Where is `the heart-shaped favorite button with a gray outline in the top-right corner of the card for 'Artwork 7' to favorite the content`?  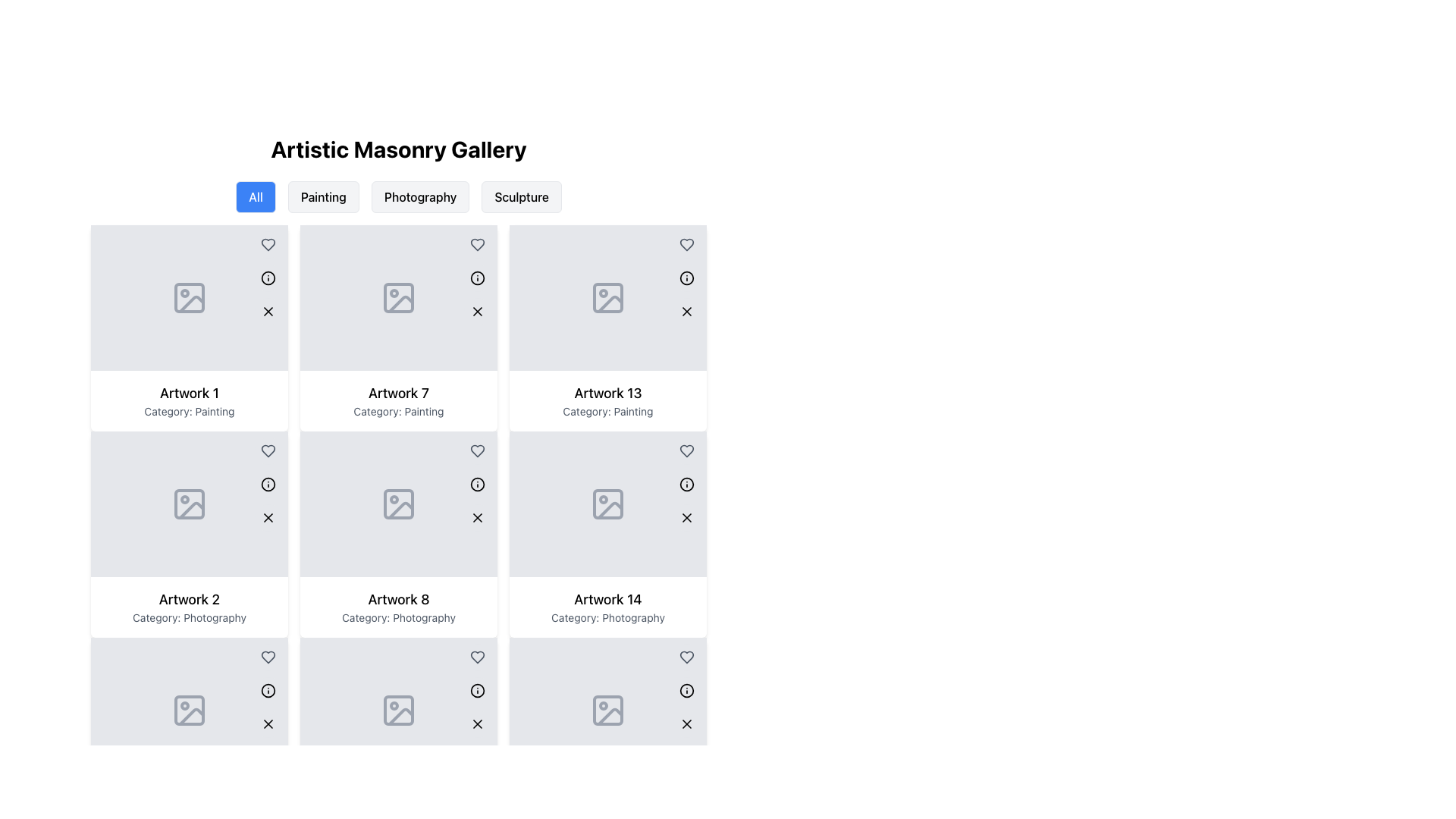 the heart-shaped favorite button with a gray outline in the top-right corner of the card for 'Artwork 7' to favorite the content is located at coordinates (476, 450).